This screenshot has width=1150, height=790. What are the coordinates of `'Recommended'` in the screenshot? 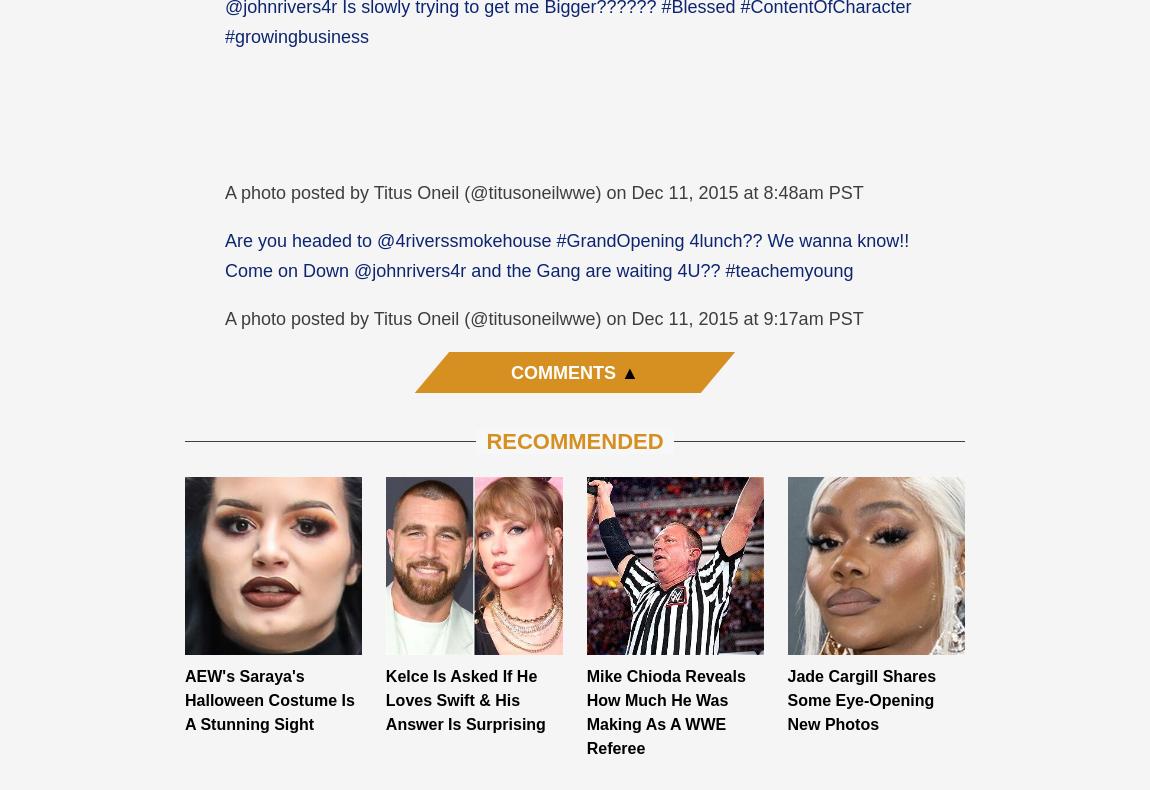 It's located at (574, 439).